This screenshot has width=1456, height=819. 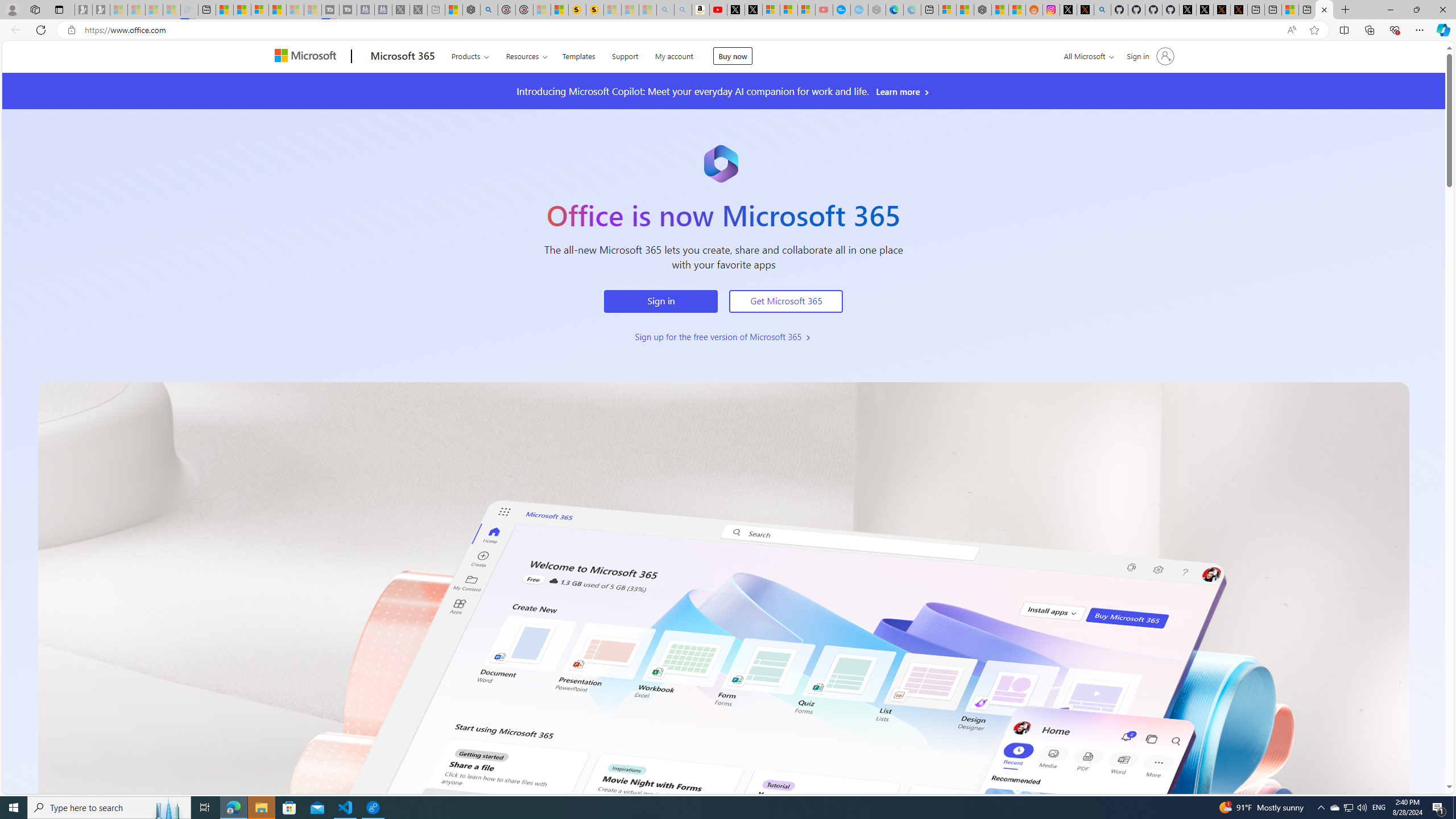 What do you see at coordinates (1238, 9) in the screenshot?
I see `'X Privacy Policy'` at bounding box center [1238, 9].